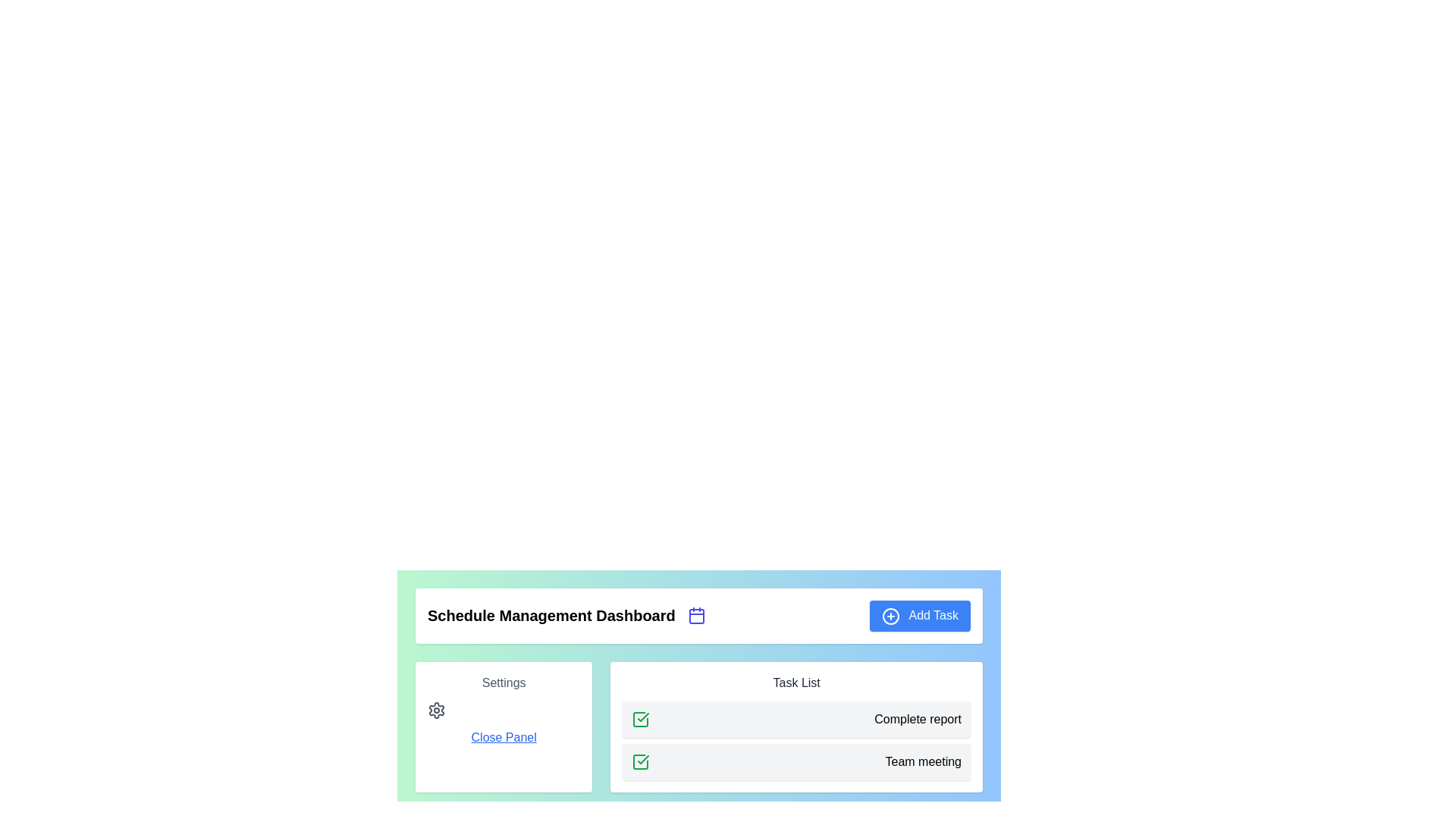 This screenshot has height=819, width=1456. What do you see at coordinates (695, 616) in the screenshot?
I see `the calendar icon located to the right of the 'Schedule Management Dashboard' text and to the left of the 'Add Task' button in the header bar` at bounding box center [695, 616].